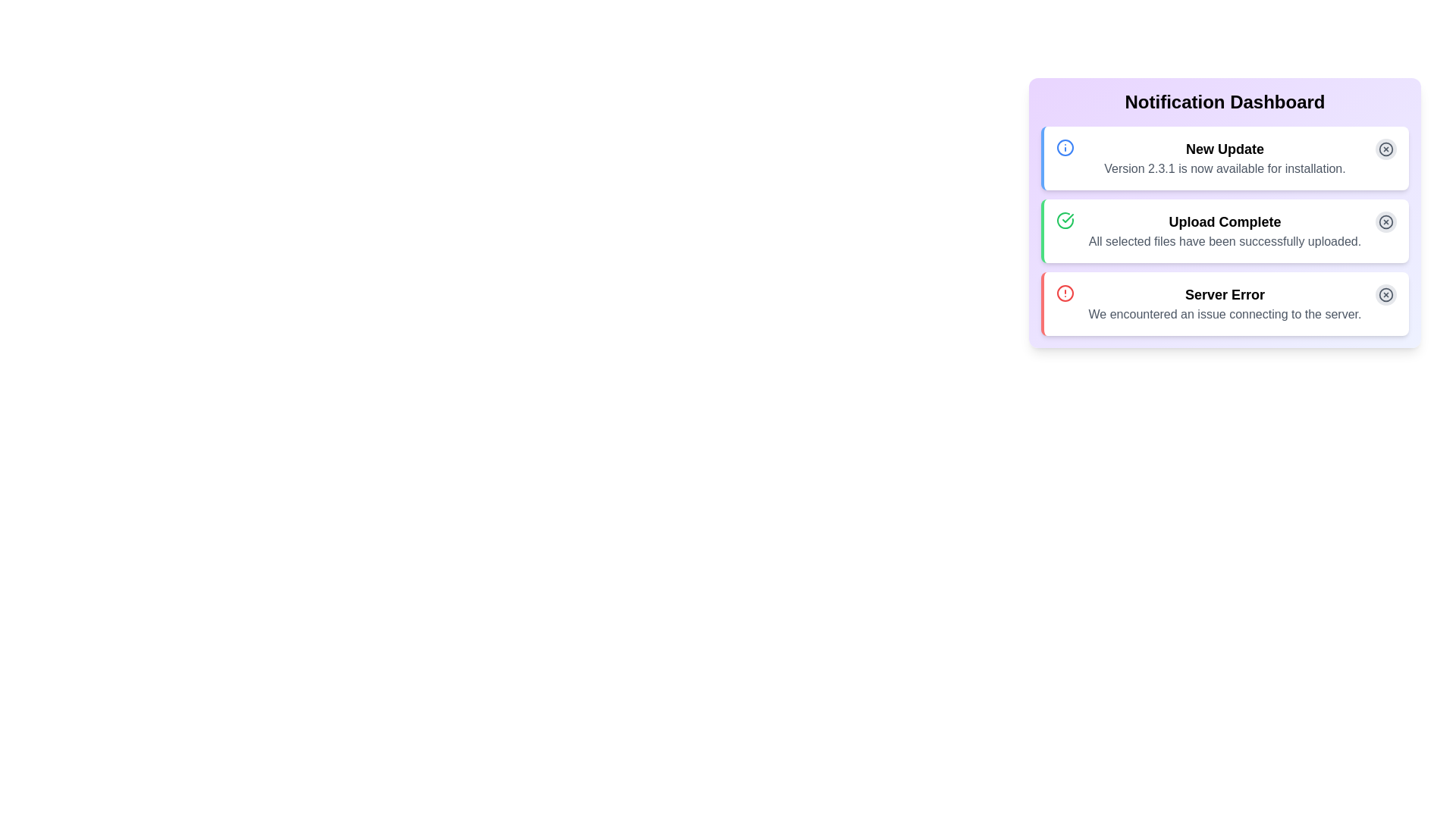 This screenshot has width=1456, height=819. What do you see at coordinates (1065, 293) in the screenshot?
I see `the error indication icon located to the left of the 'Server Error' notification text in the third entry of the Notification Dashboard` at bounding box center [1065, 293].